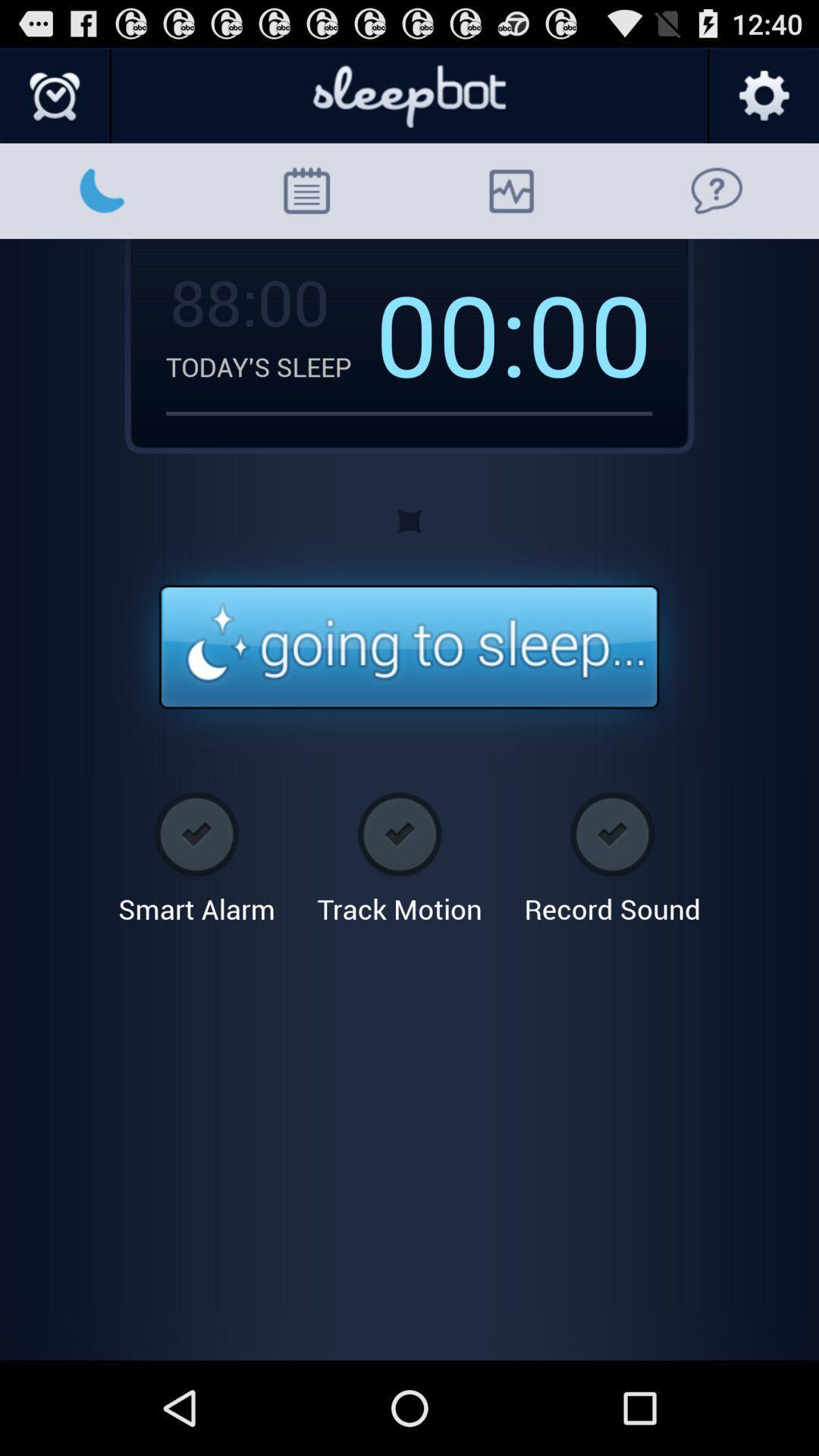 This screenshot has height=1456, width=819. What do you see at coordinates (55, 102) in the screenshot?
I see `the time icon` at bounding box center [55, 102].